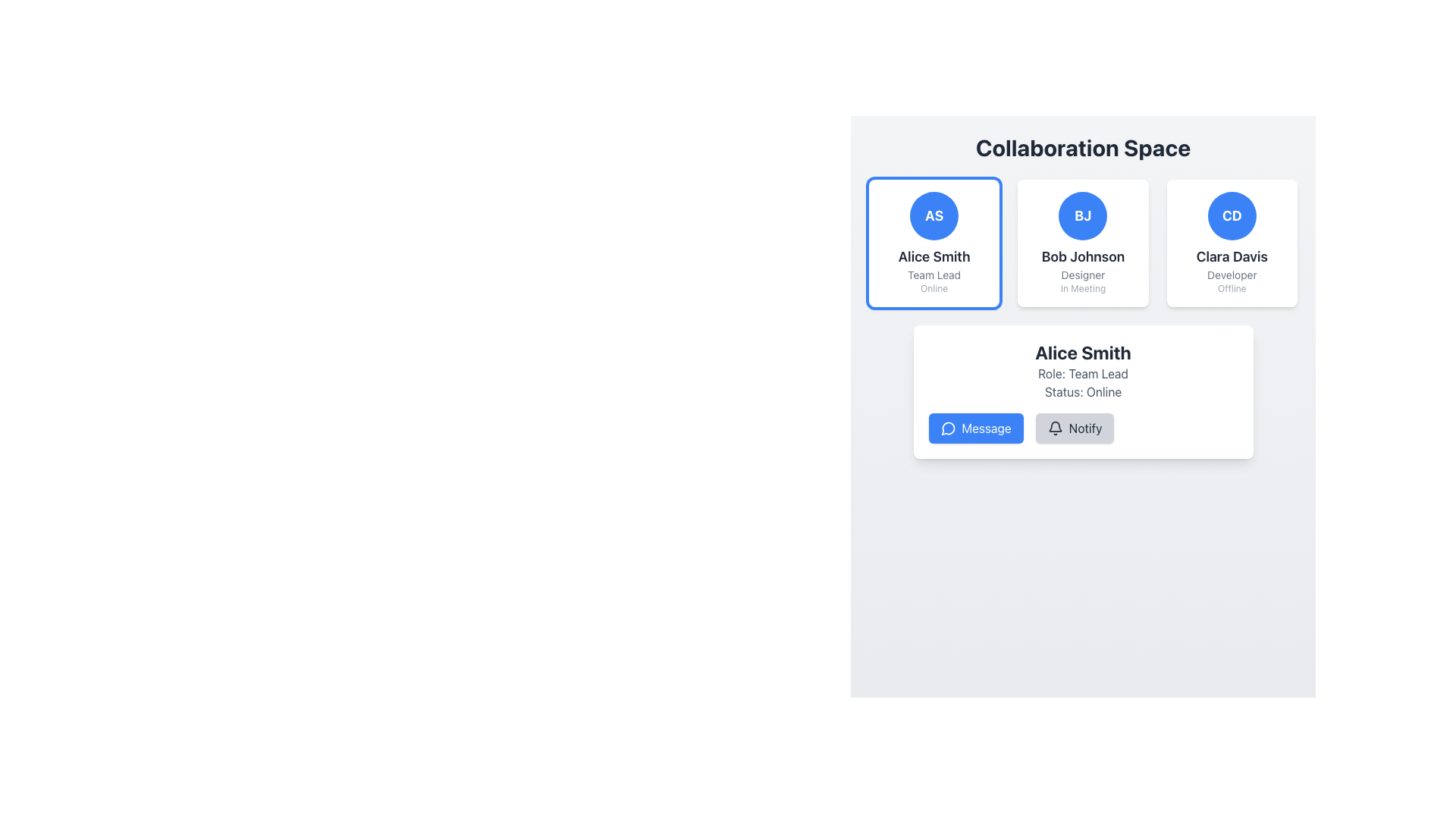 Image resolution: width=1456 pixels, height=819 pixels. I want to click on the text label indicating 'In Meeting' status for 'Bob Johnson', which is located underneath the 'Designer' label in the profile card, so click(1082, 289).